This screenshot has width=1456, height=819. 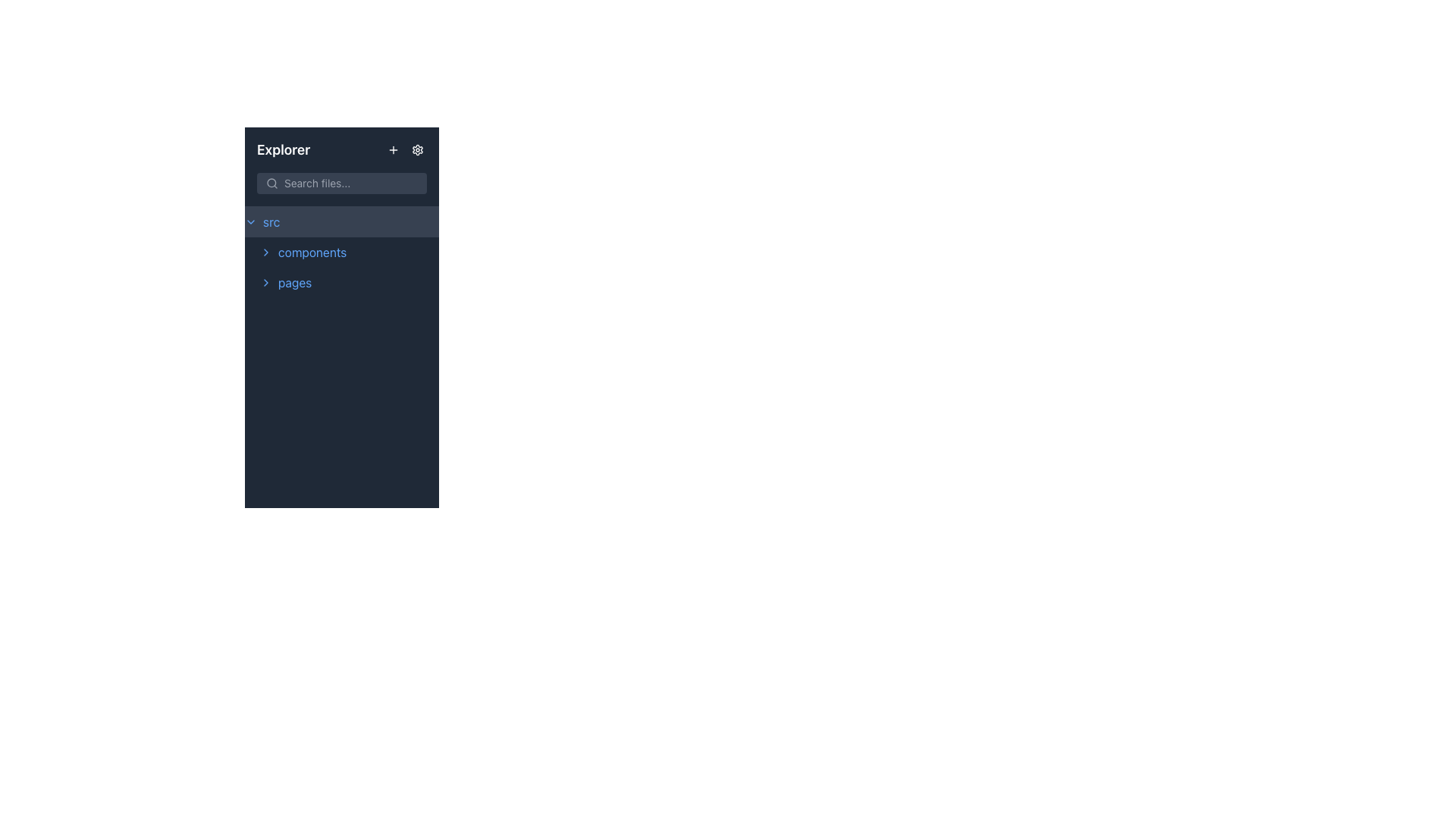 What do you see at coordinates (312, 251) in the screenshot?
I see `the text label displaying 'components' in the file navigation interface` at bounding box center [312, 251].